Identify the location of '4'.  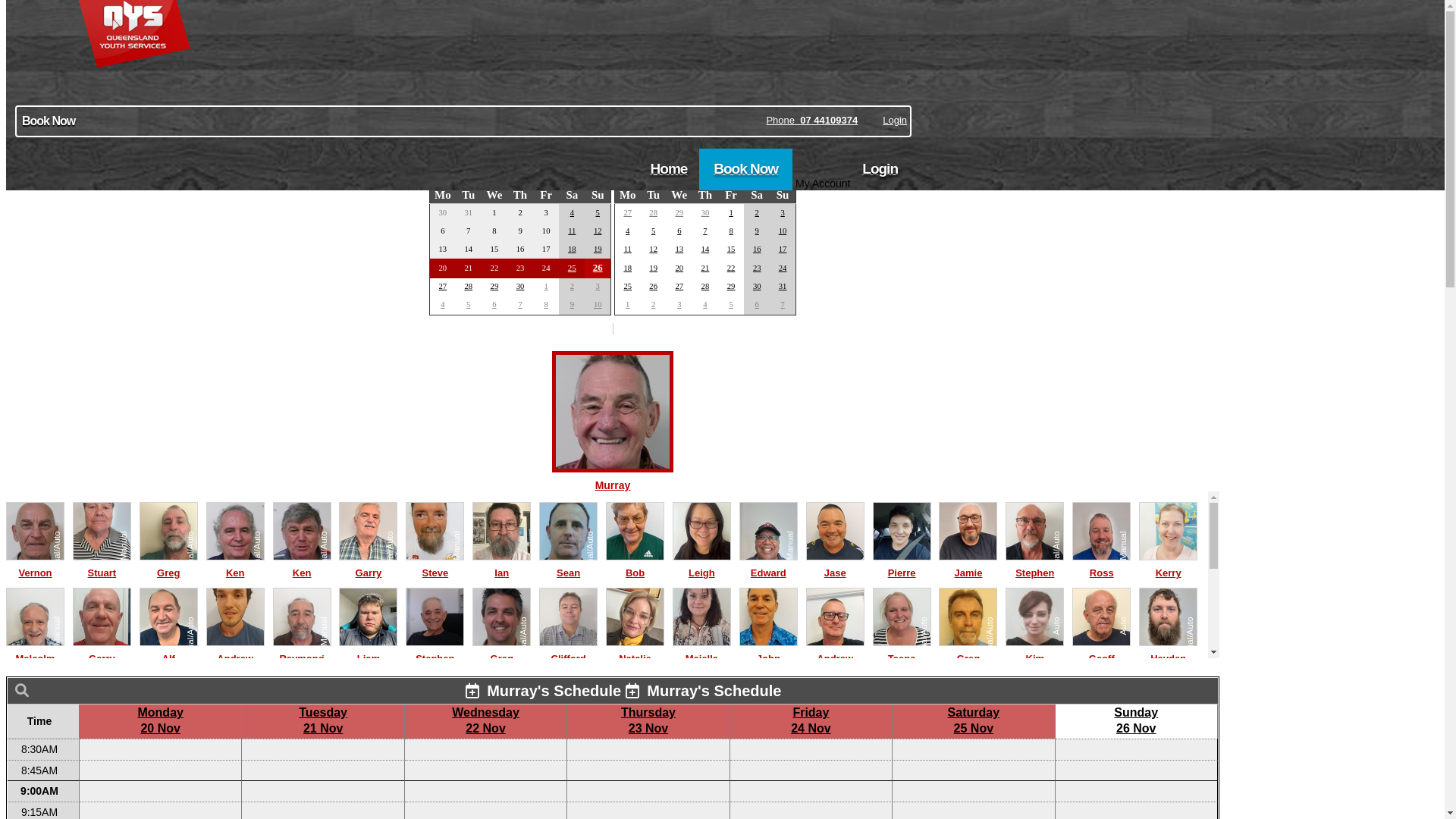
(571, 212).